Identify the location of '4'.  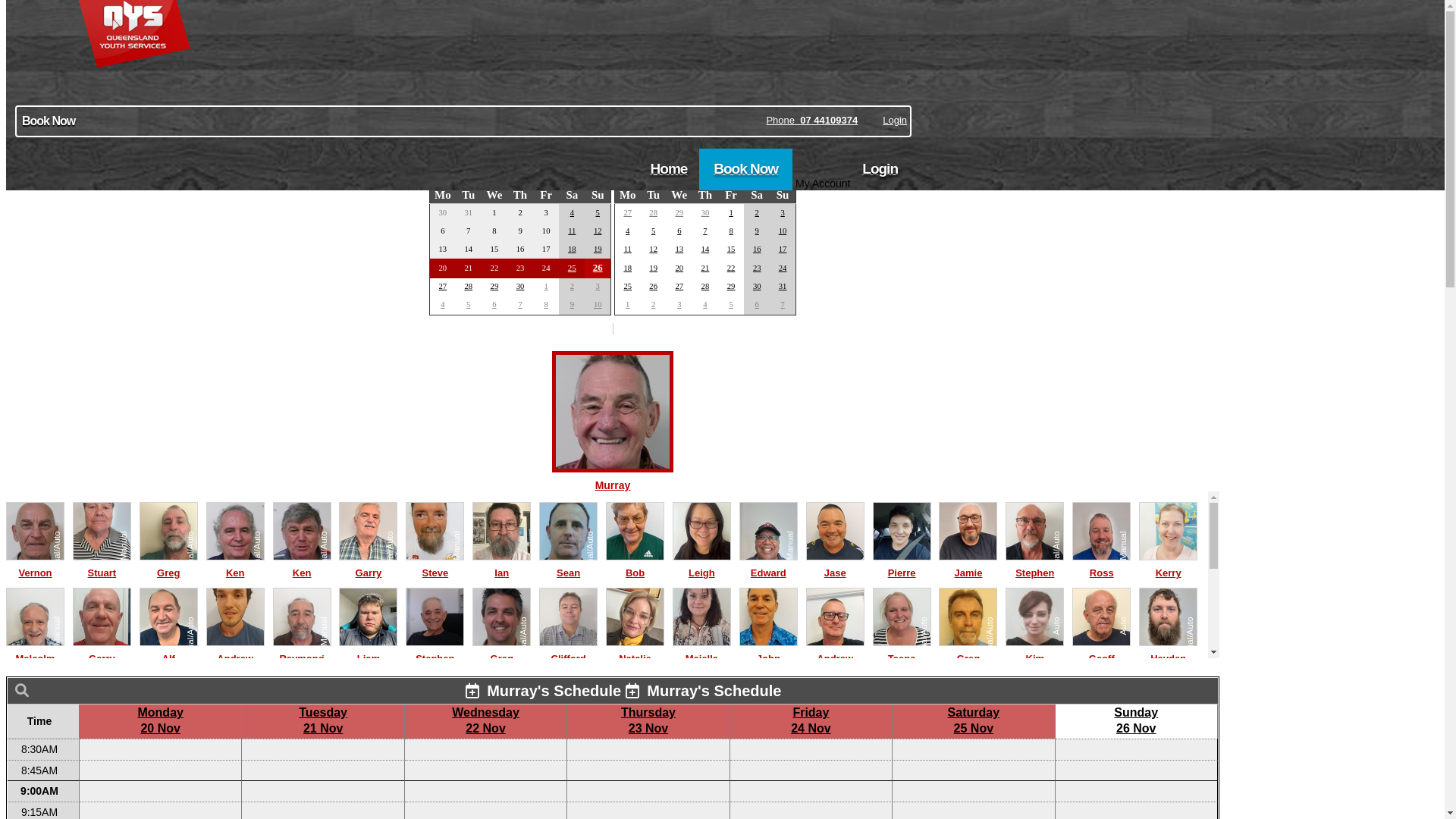
(571, 212).